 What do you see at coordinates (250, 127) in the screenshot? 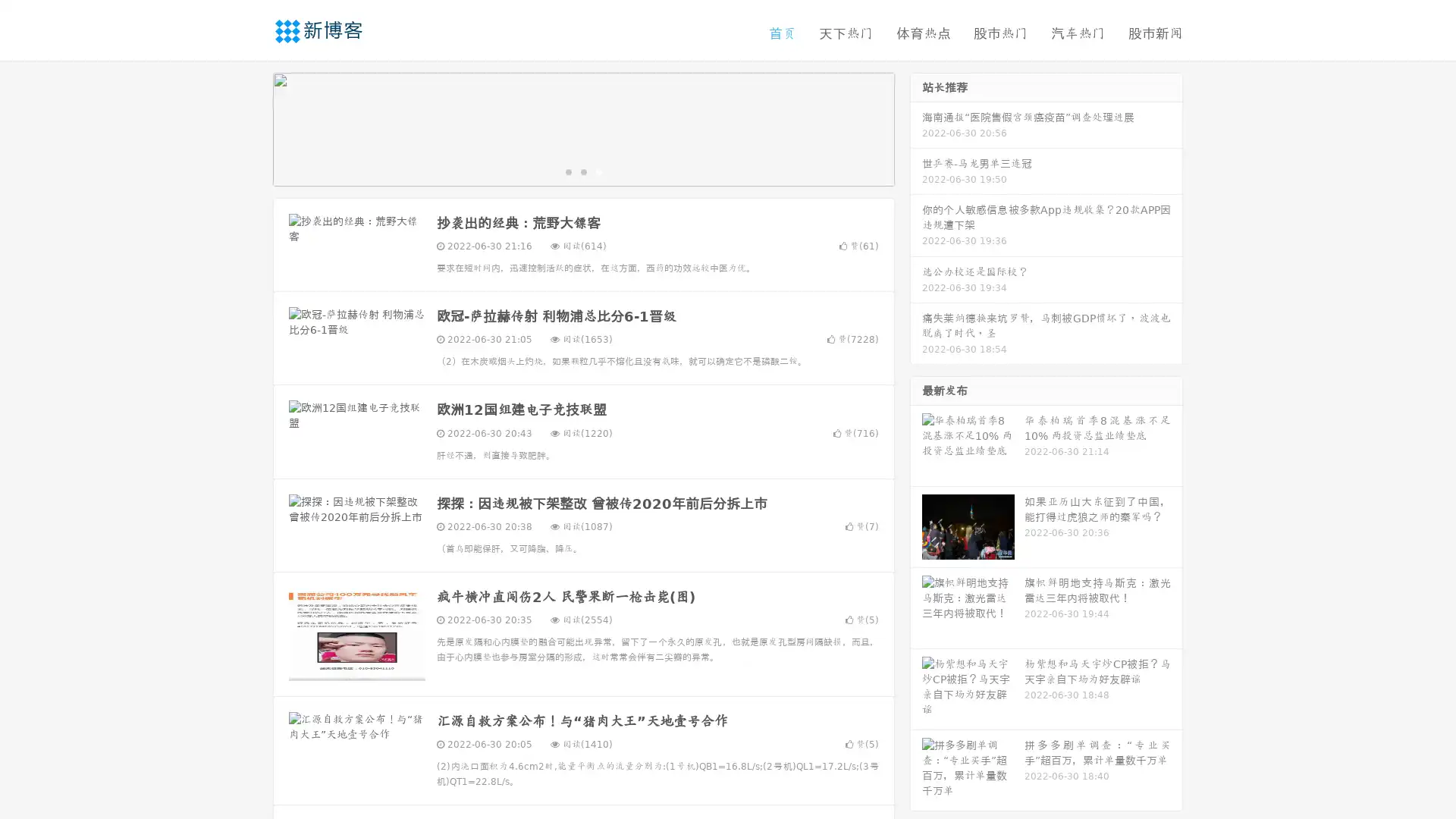
I see `Previous slide` at bounding box center [250, 127].